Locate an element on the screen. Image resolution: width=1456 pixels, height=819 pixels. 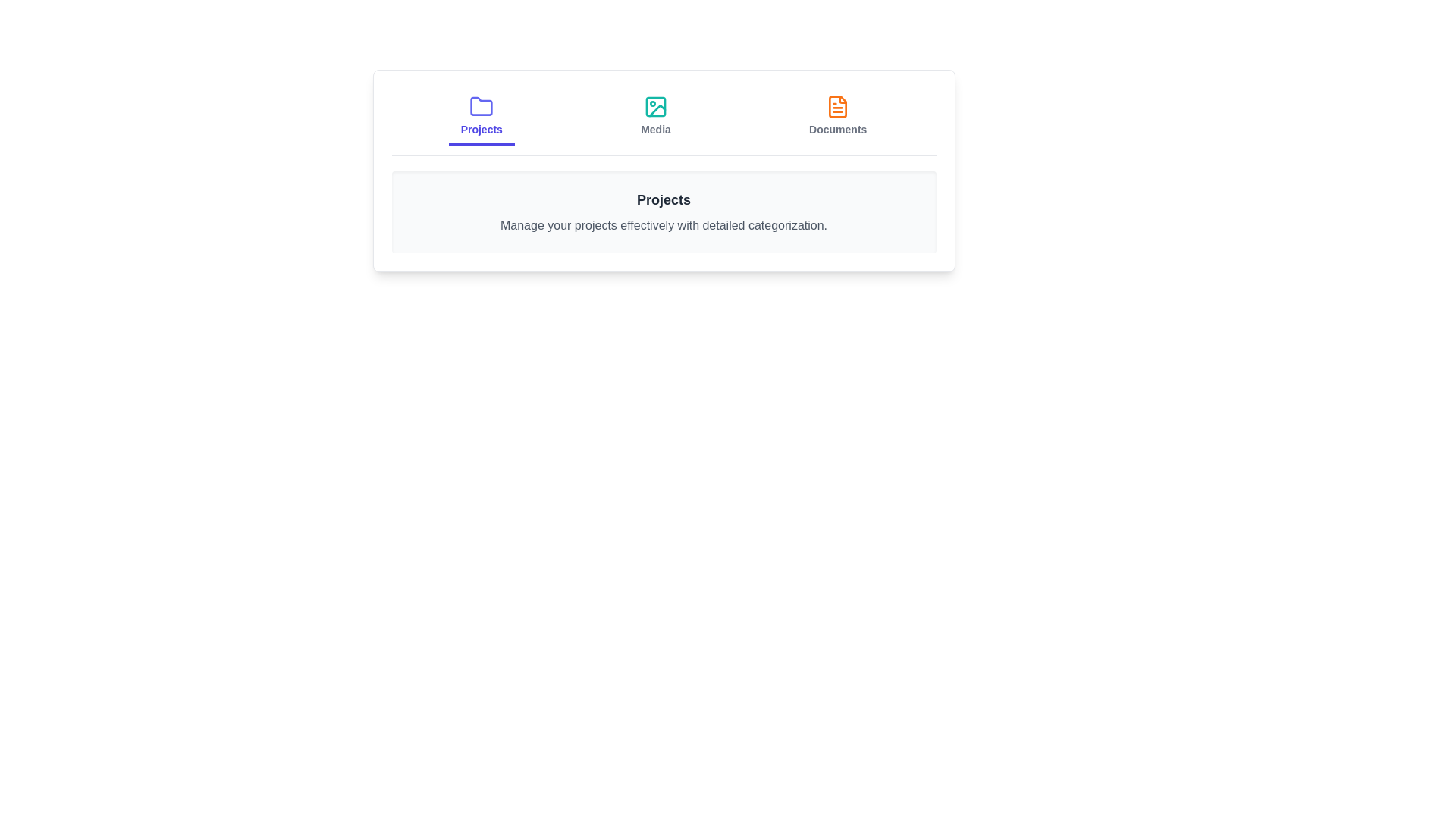
the Media tab to observe its content is located at coordinates (655, 116).